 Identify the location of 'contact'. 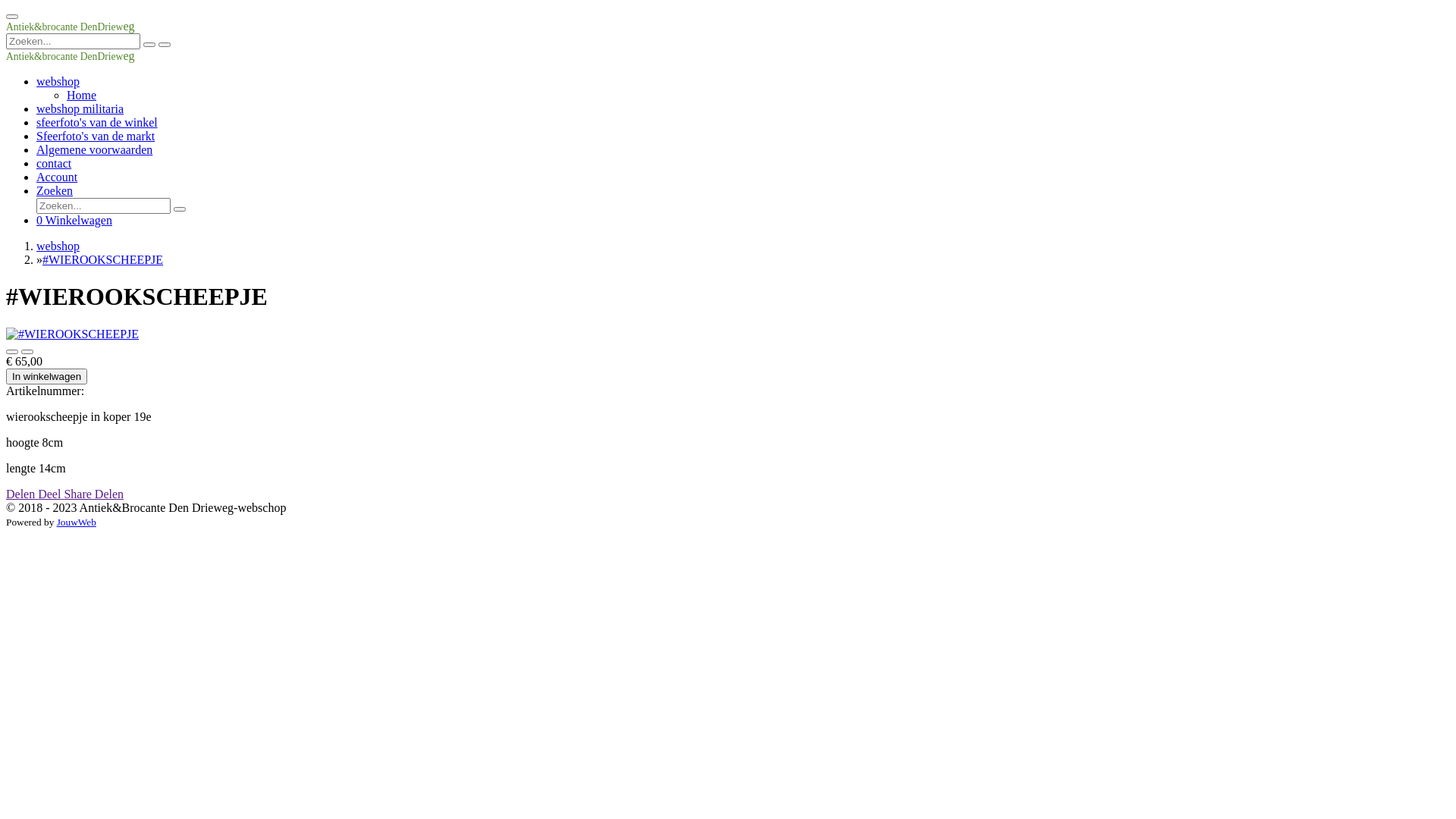
(54, 163).